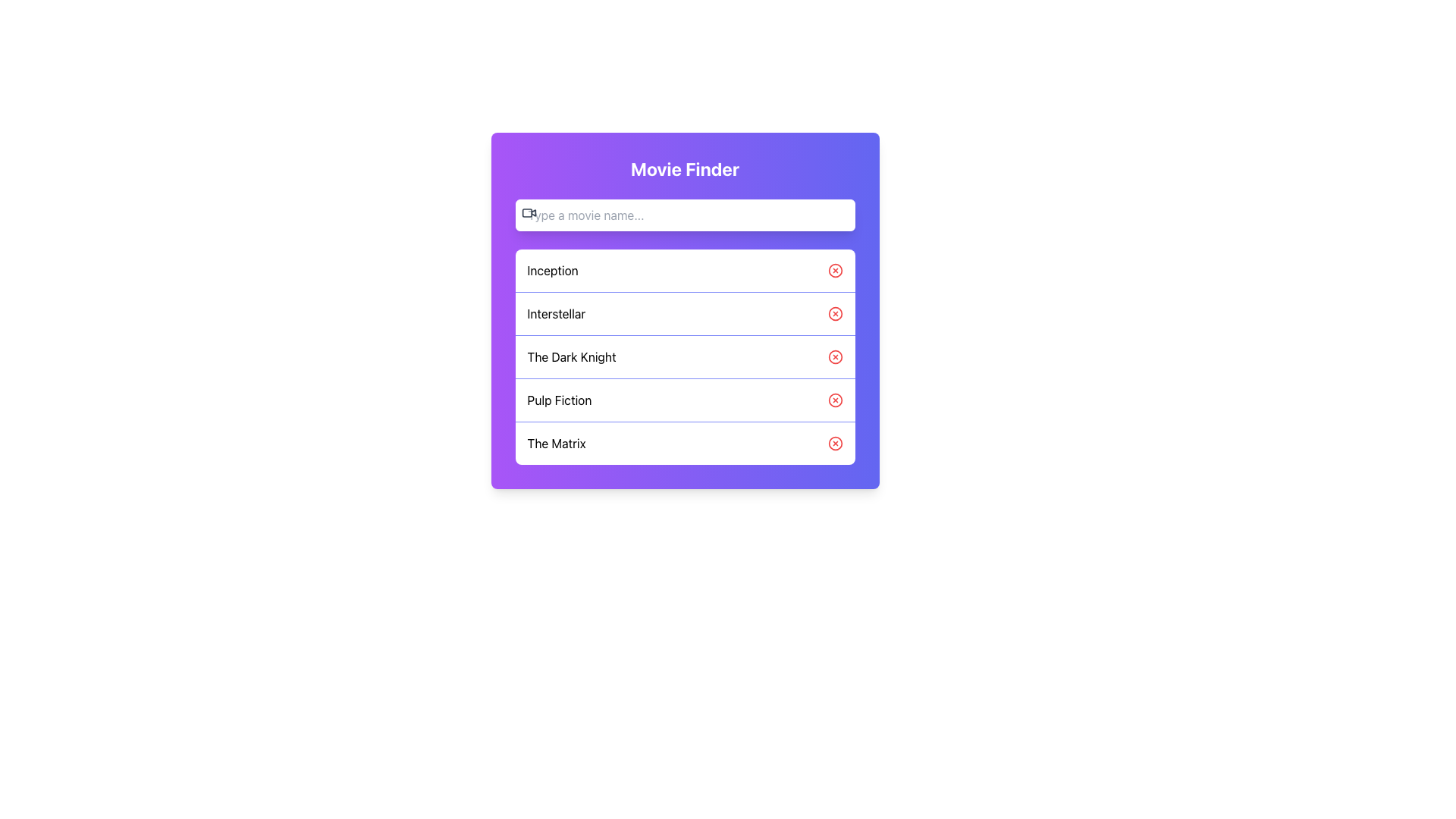  Describe the element at coordinates (834, 400) in the screenshot. I see `the dismiss (delete) action circle icon for the 'Pulp Fiction' entry in the Movie Finder dialog box` at that location.